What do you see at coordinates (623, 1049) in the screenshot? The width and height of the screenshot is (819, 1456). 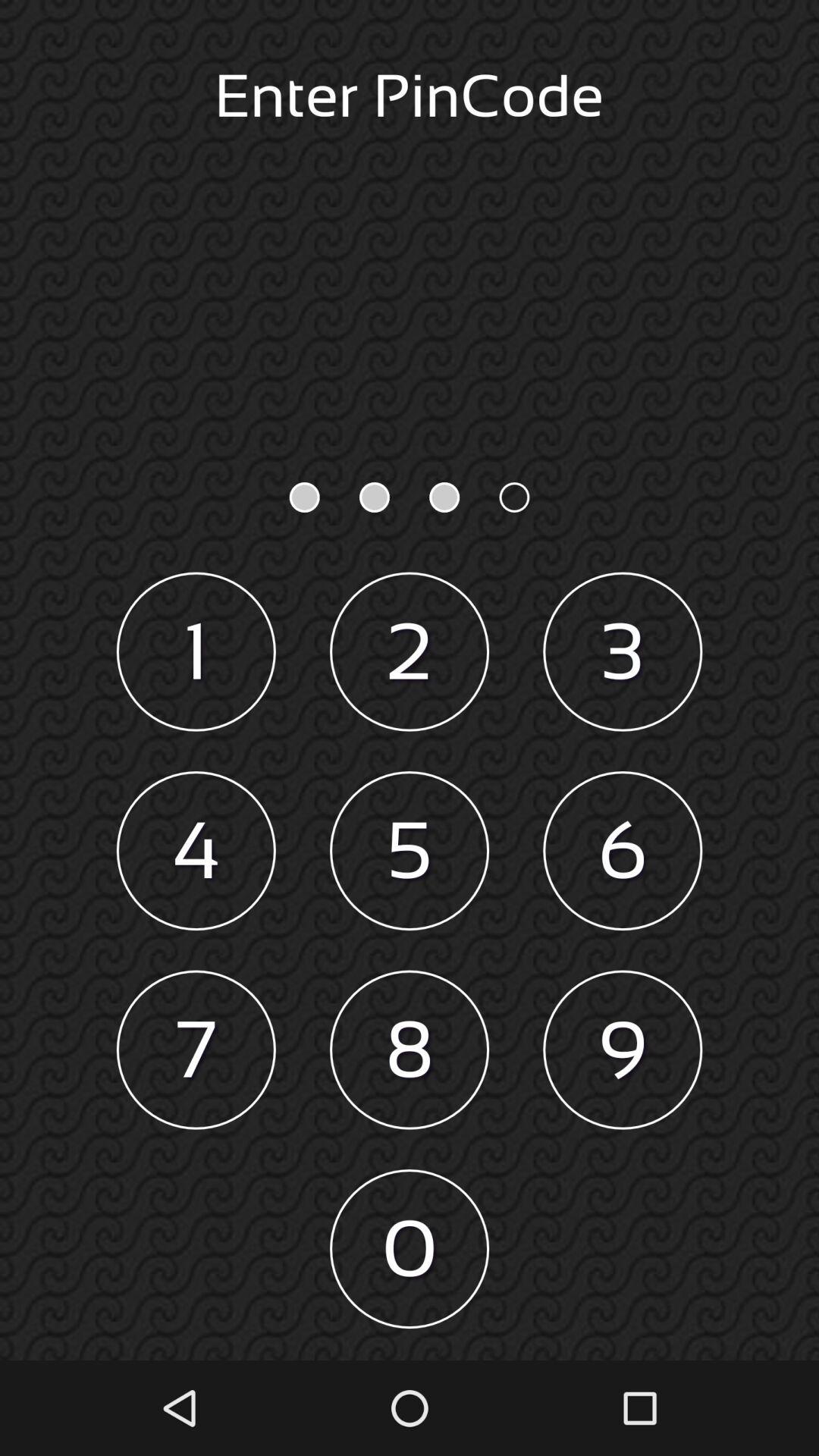 I see `icon at the bottom right corner` at bounding box center [623, 1049].